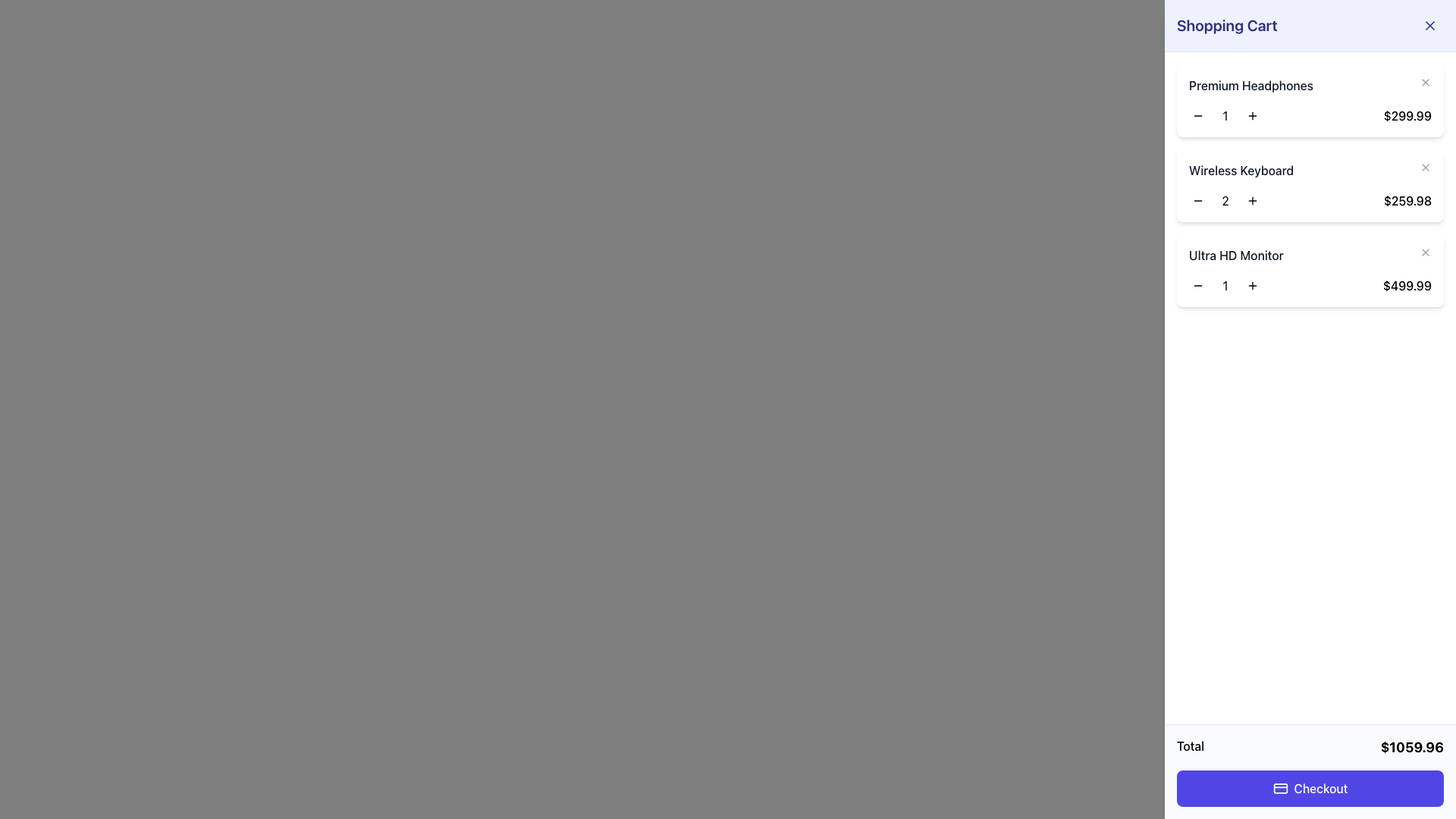  I want to click on the small interactive close button represented by an 'X' icon located at the top-right corner of the row containing the 'Ultra HD Monitor' item in the shopping cart layout, so click(1425, 251).